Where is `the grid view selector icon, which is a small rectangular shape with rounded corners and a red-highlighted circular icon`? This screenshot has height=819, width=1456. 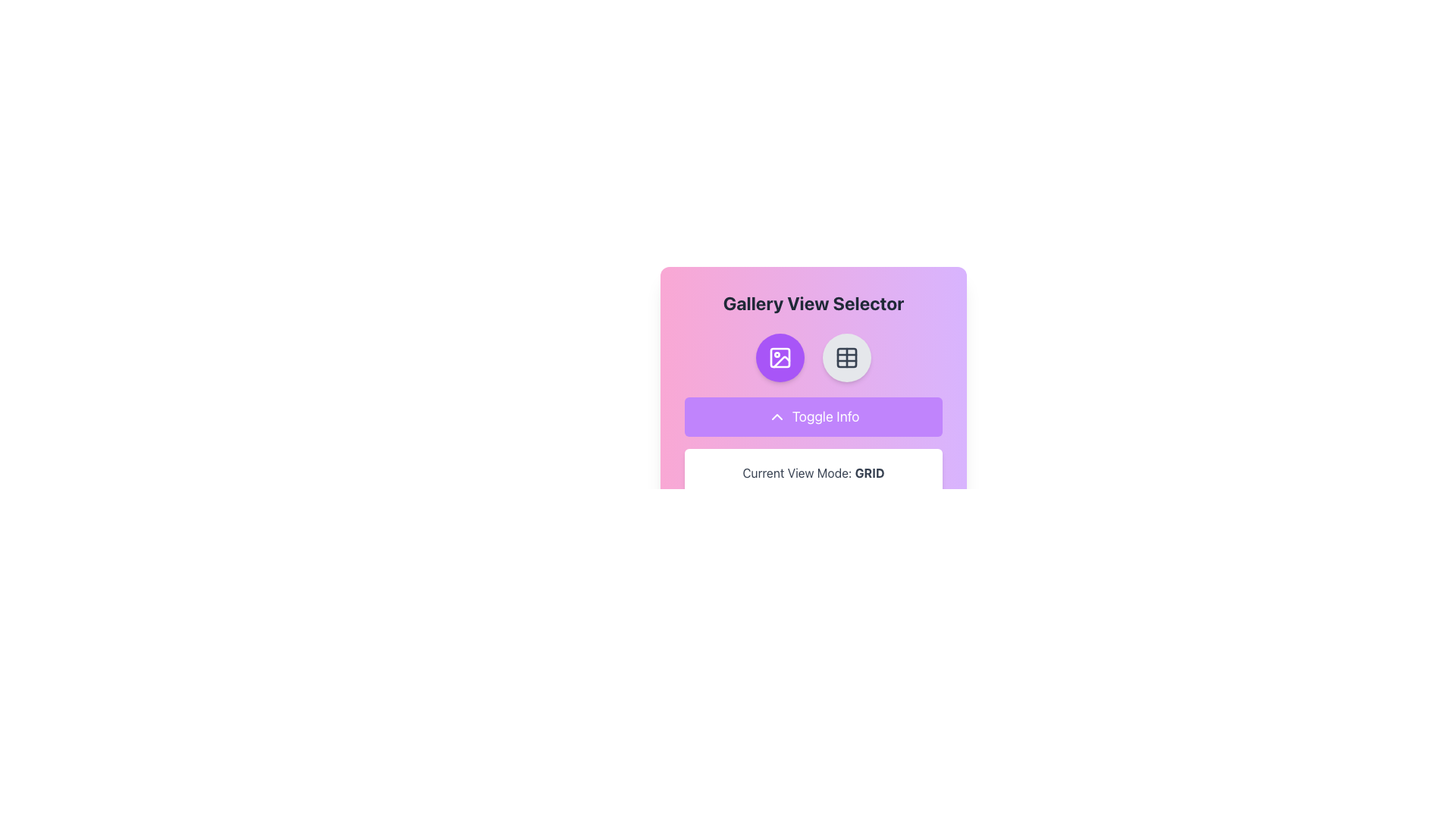 the grid view selector icon, which is a small rectangular shape with rounded corners and a red-highlighted circular icon is located at coordinates (846, 357).